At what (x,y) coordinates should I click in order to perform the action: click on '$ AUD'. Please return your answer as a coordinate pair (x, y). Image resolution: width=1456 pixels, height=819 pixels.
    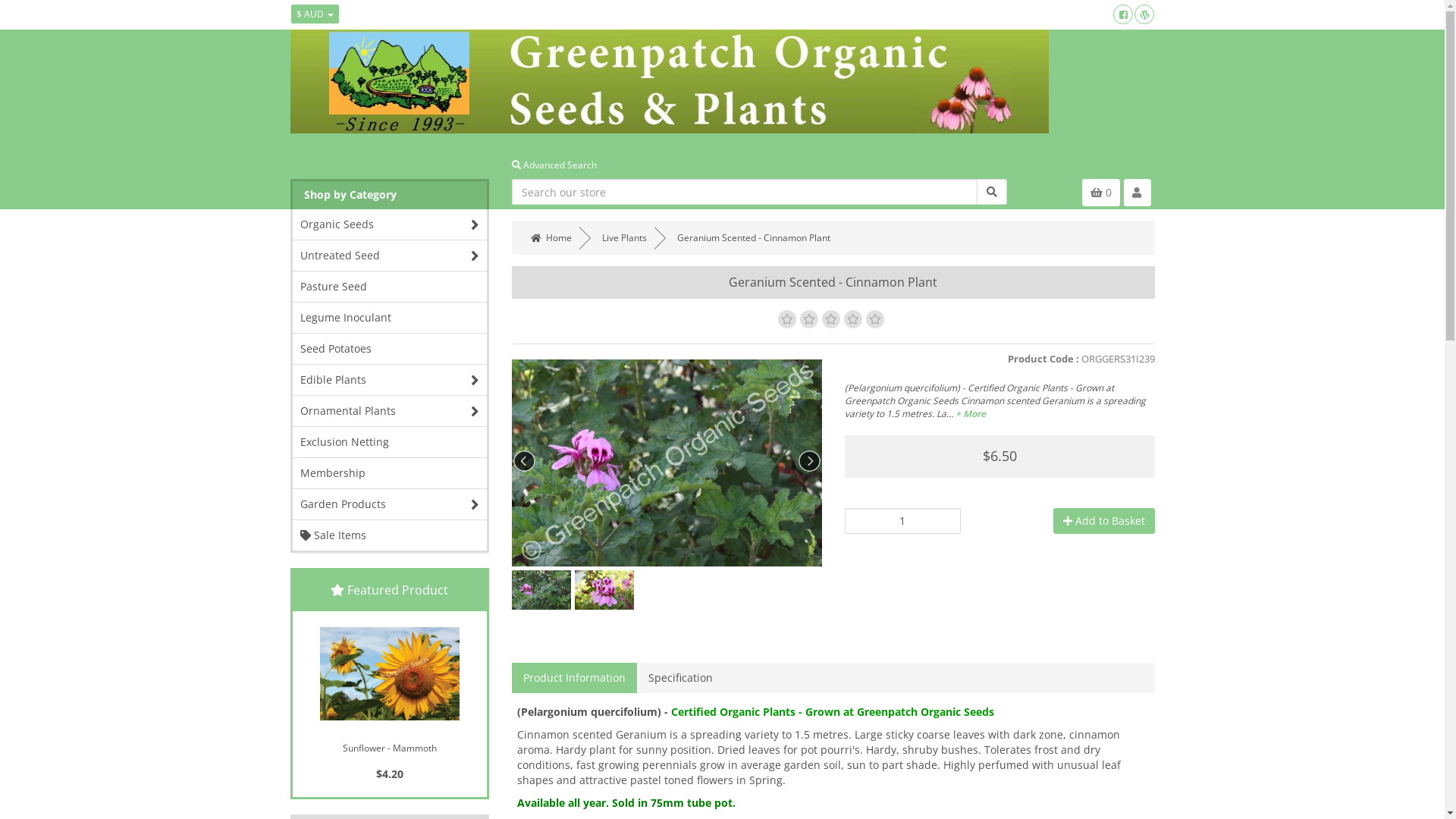
    Looking at the image, I should click on (314, 14).